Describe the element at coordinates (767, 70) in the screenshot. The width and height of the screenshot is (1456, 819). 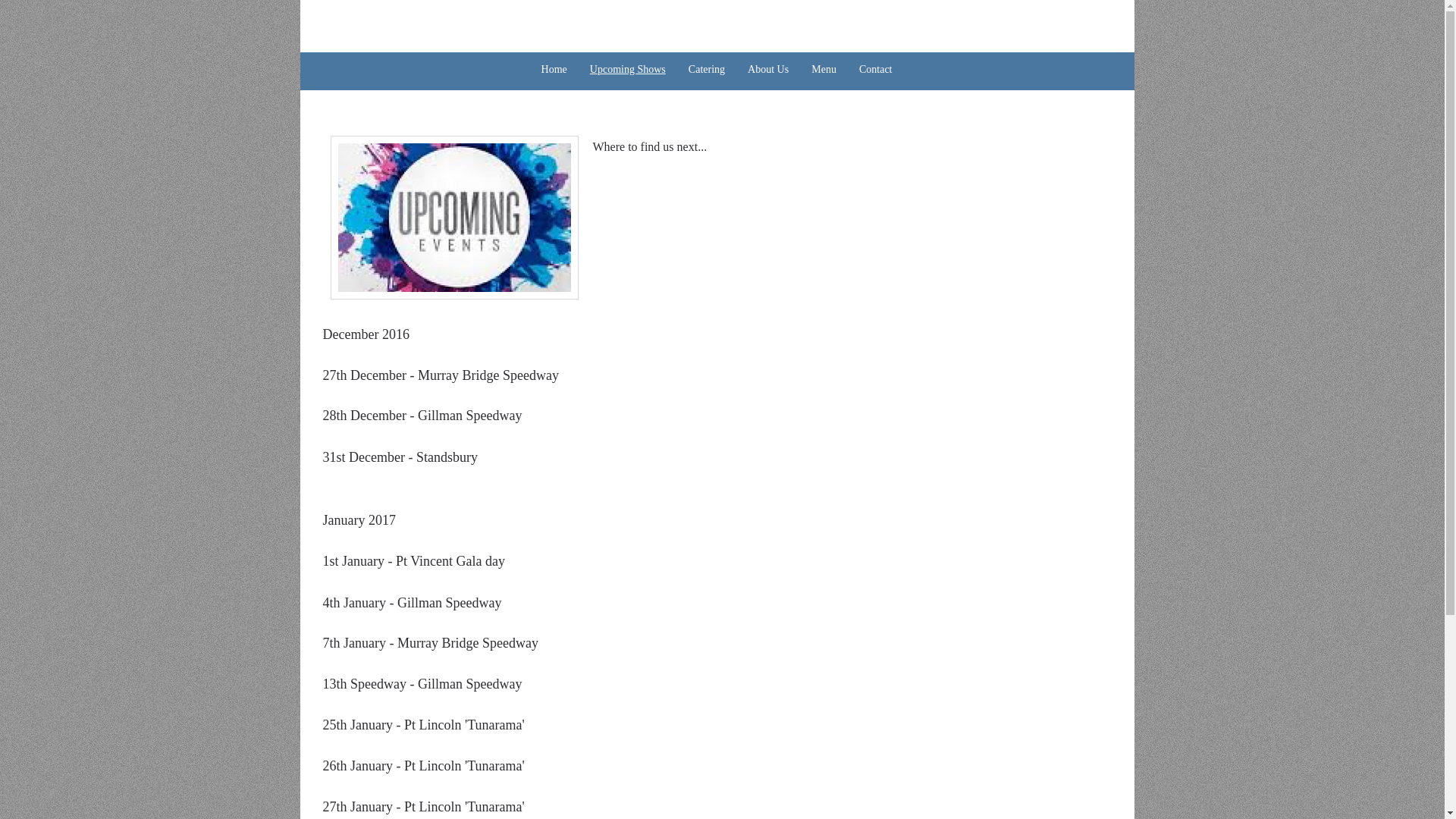
I see `'About Us'` at that location.